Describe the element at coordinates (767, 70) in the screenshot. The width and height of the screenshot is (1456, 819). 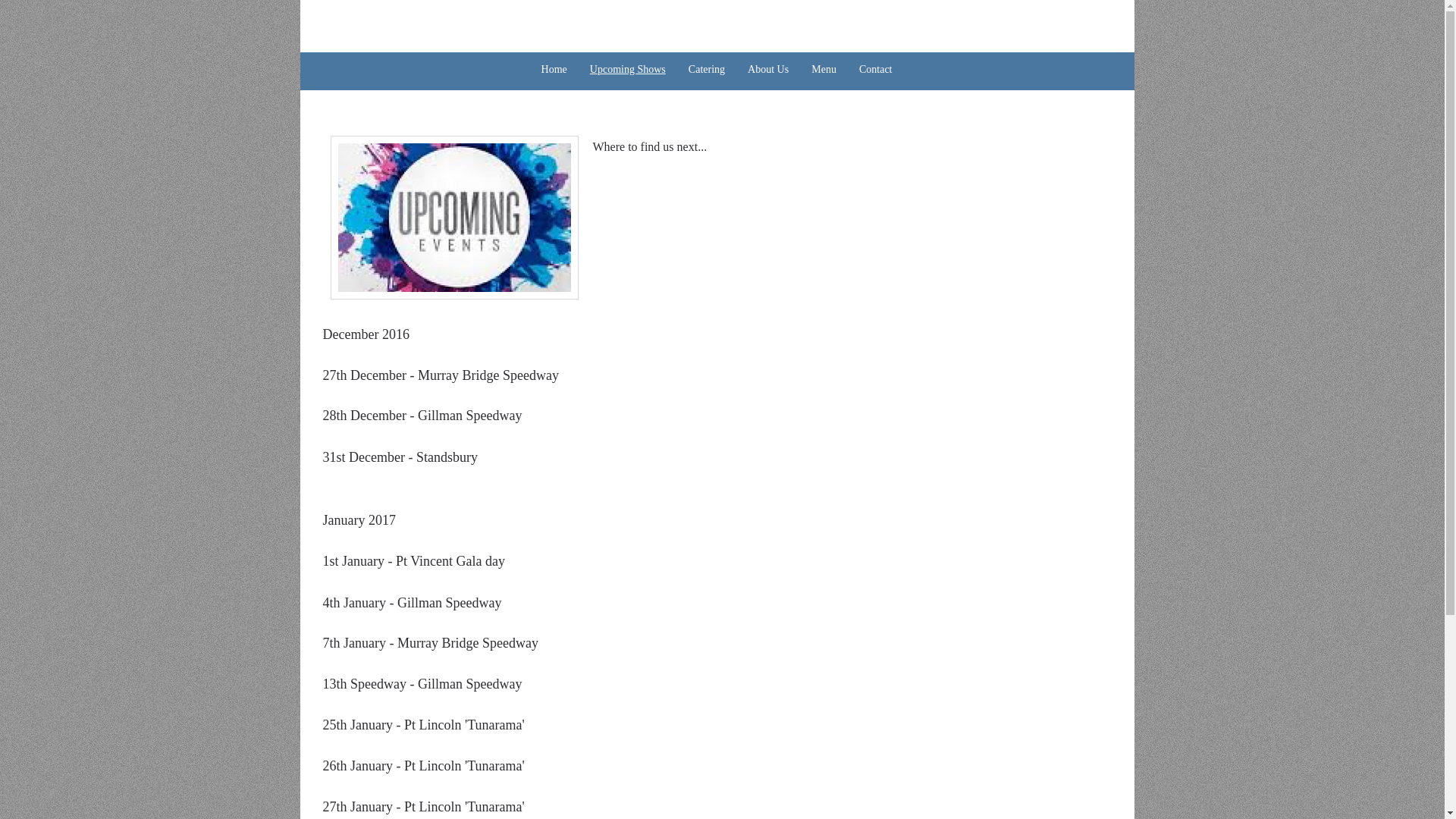
I see `'About Us'` at that location.